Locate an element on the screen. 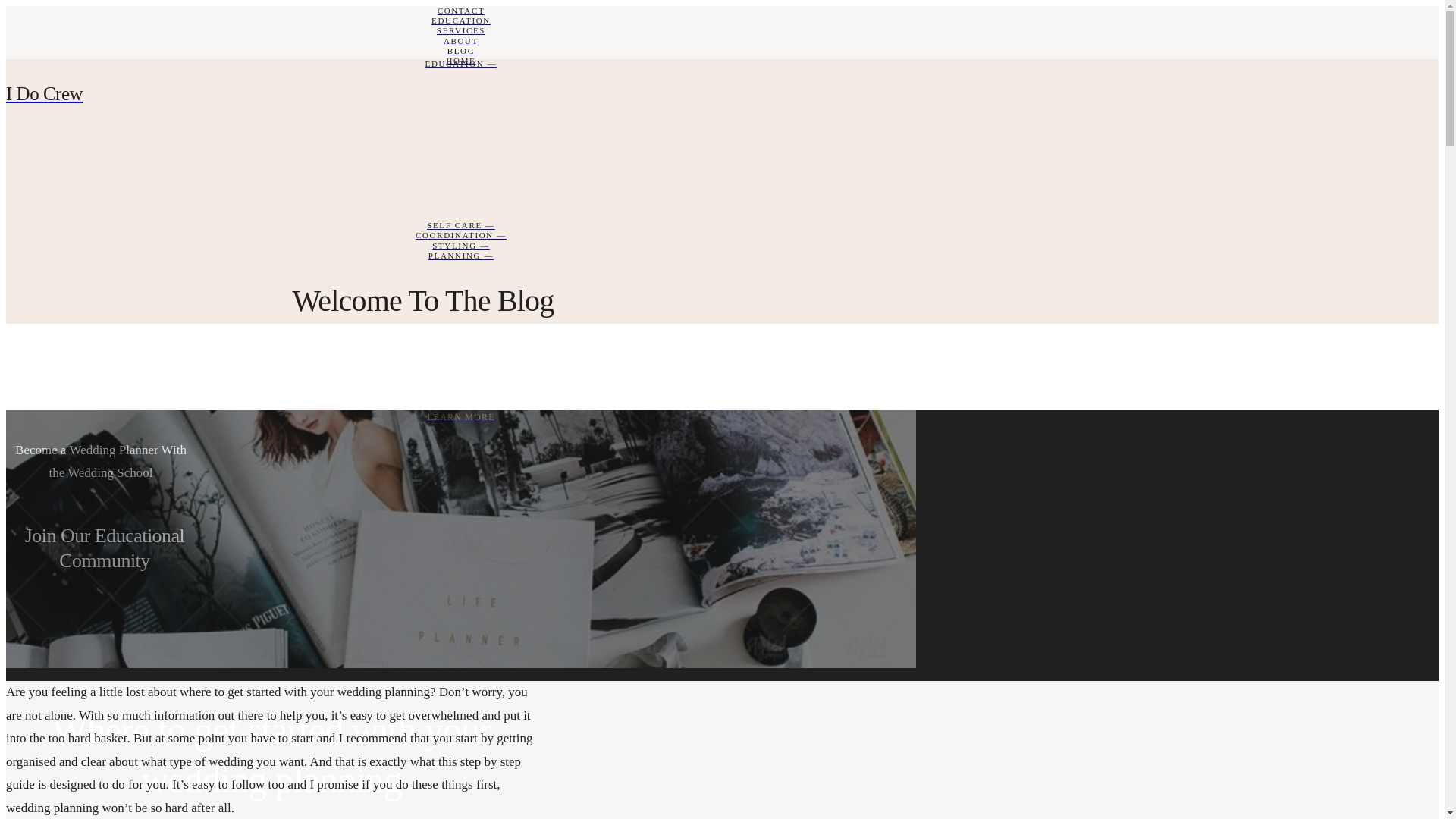 The height and width of the screenshot is (819, 1456). 'LEARN MORE' is located at coordinates (6, 418).